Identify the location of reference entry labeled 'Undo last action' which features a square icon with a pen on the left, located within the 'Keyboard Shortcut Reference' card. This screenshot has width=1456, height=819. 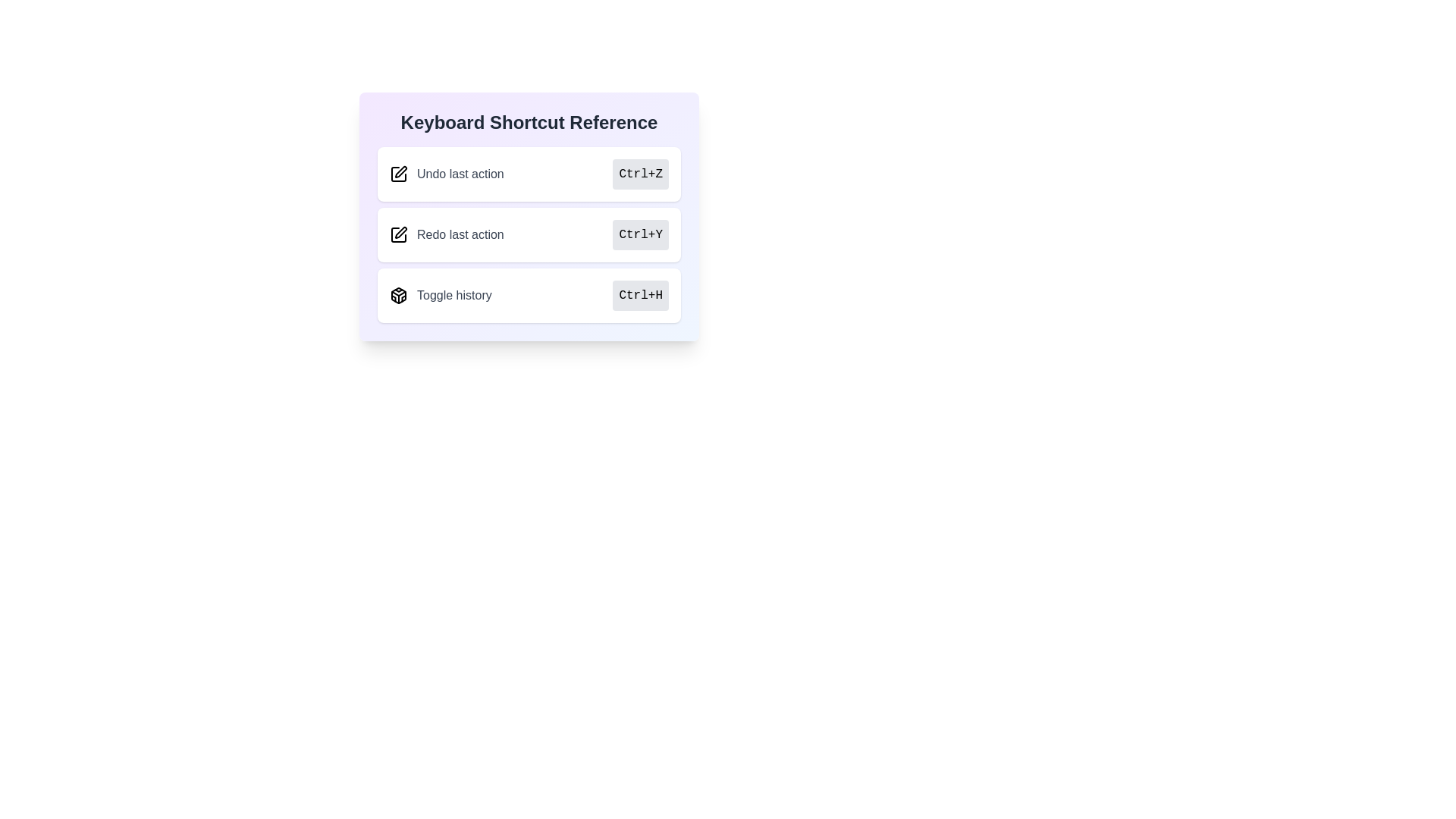
(446, 174).